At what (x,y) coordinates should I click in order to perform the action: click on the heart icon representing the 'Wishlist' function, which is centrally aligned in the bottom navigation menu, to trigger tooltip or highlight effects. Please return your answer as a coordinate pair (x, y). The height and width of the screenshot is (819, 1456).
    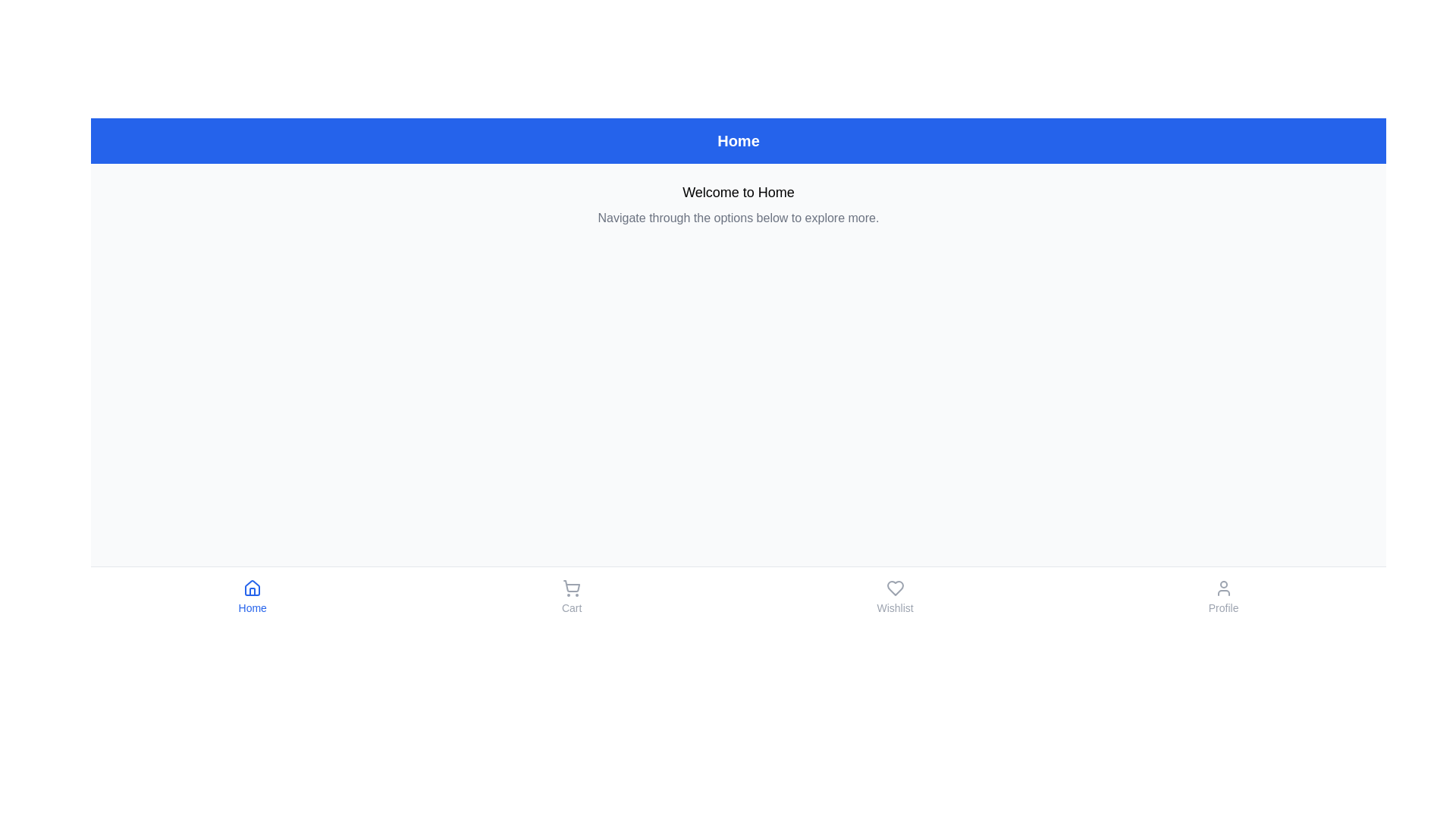
    Looking at the image, I should click on (895, 587).